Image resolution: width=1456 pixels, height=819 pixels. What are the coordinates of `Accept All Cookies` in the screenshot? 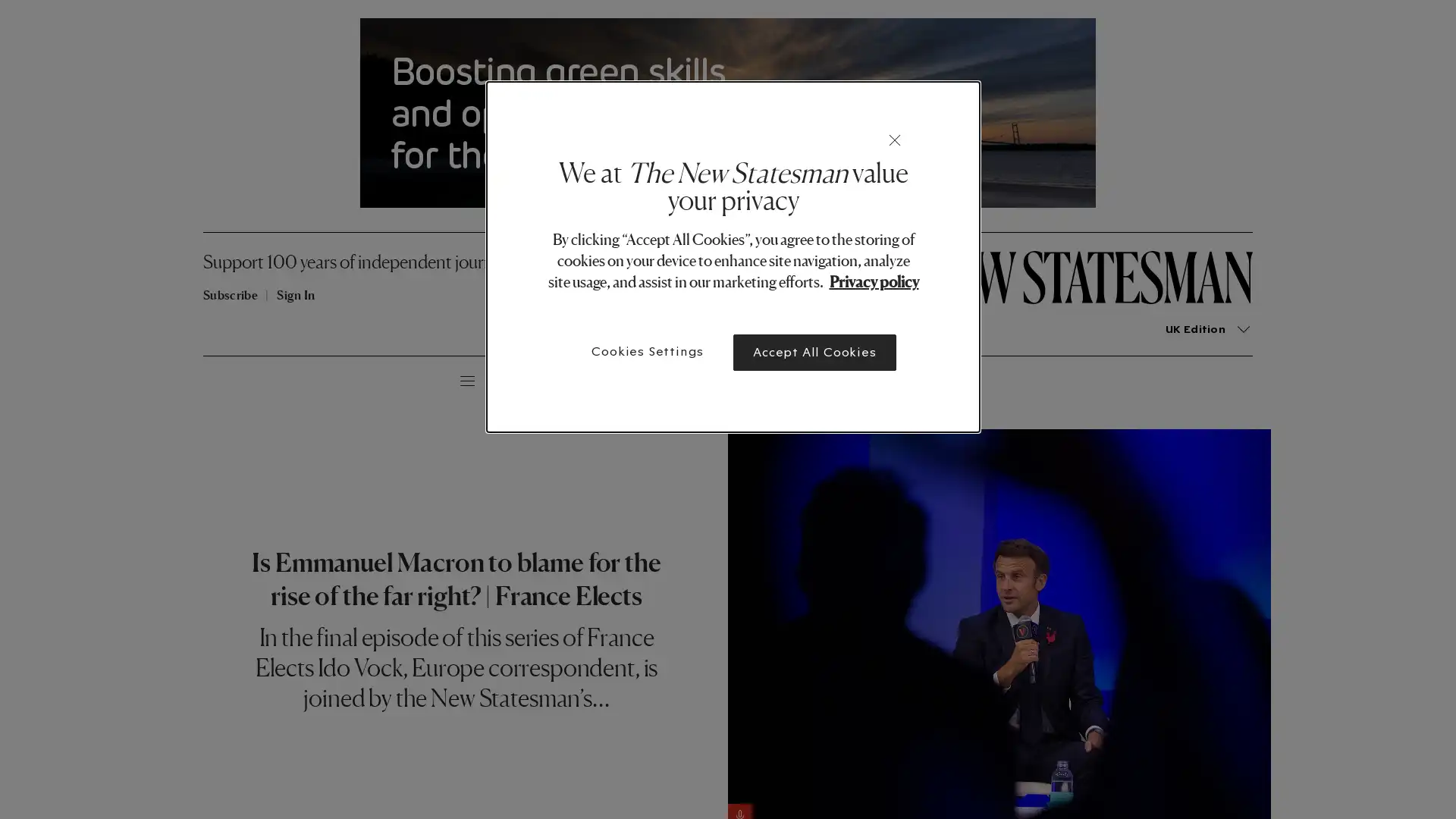 It's located at (814, 353).